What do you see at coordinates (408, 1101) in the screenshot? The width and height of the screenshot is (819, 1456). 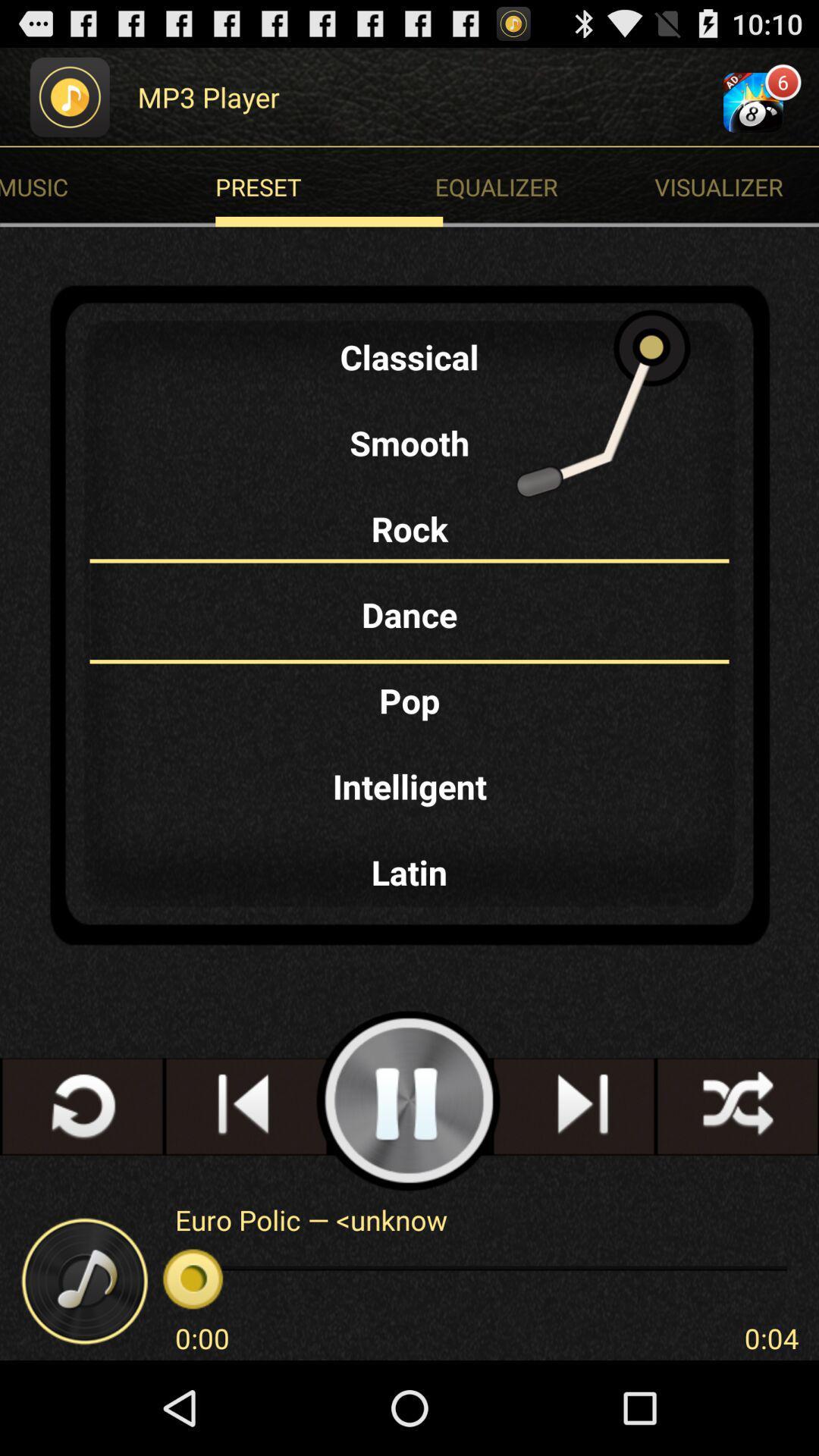 I see `pause` at bounding box center [408, 1101].